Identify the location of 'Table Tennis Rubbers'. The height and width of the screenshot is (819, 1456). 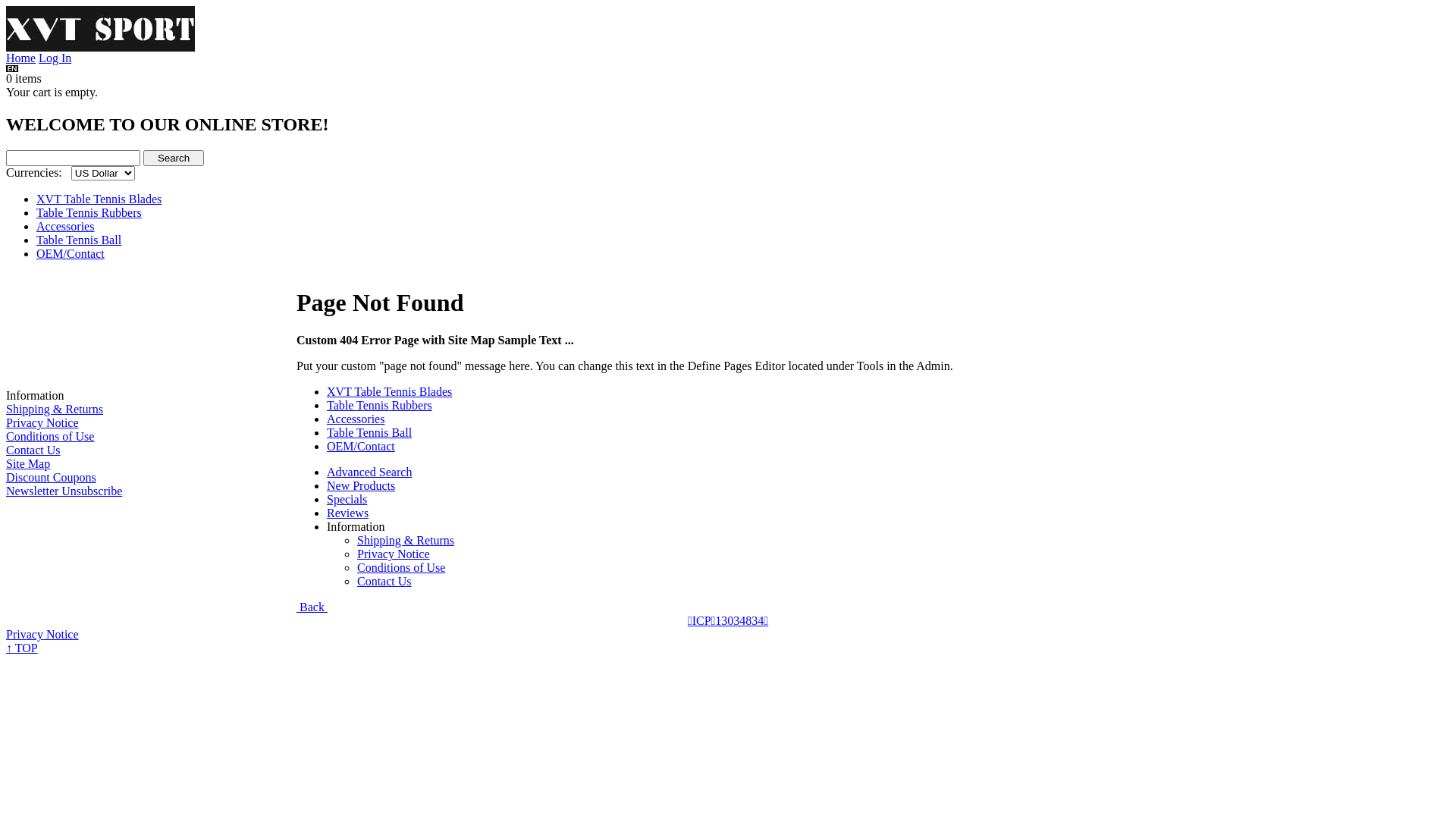
(36, 212).